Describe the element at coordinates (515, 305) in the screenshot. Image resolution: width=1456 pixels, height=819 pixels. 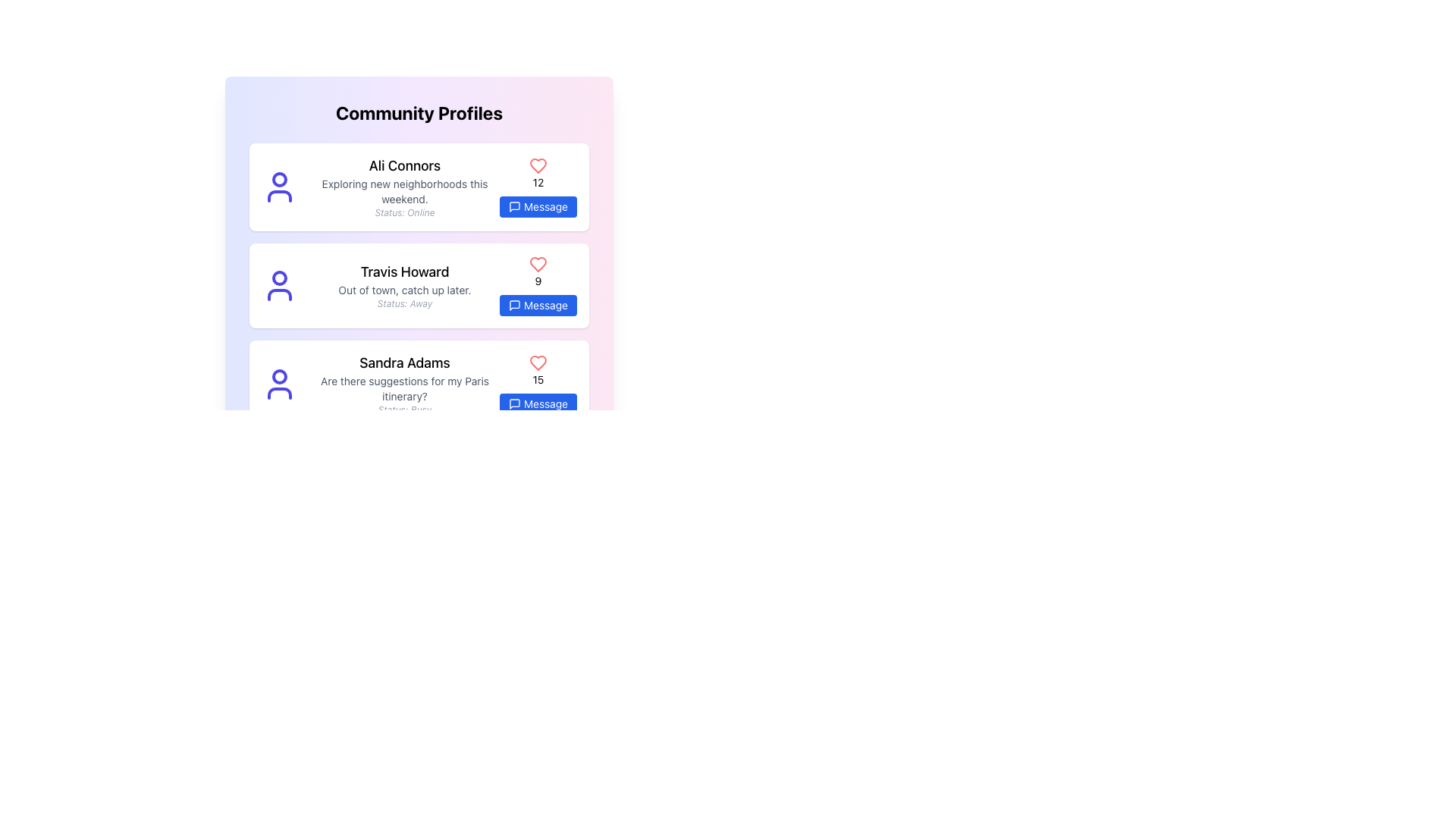
I see `the 'Message' button that contains the speech bubble icon, which is styled in a minimalist vector graphic design and located in the user profile card` at that location.